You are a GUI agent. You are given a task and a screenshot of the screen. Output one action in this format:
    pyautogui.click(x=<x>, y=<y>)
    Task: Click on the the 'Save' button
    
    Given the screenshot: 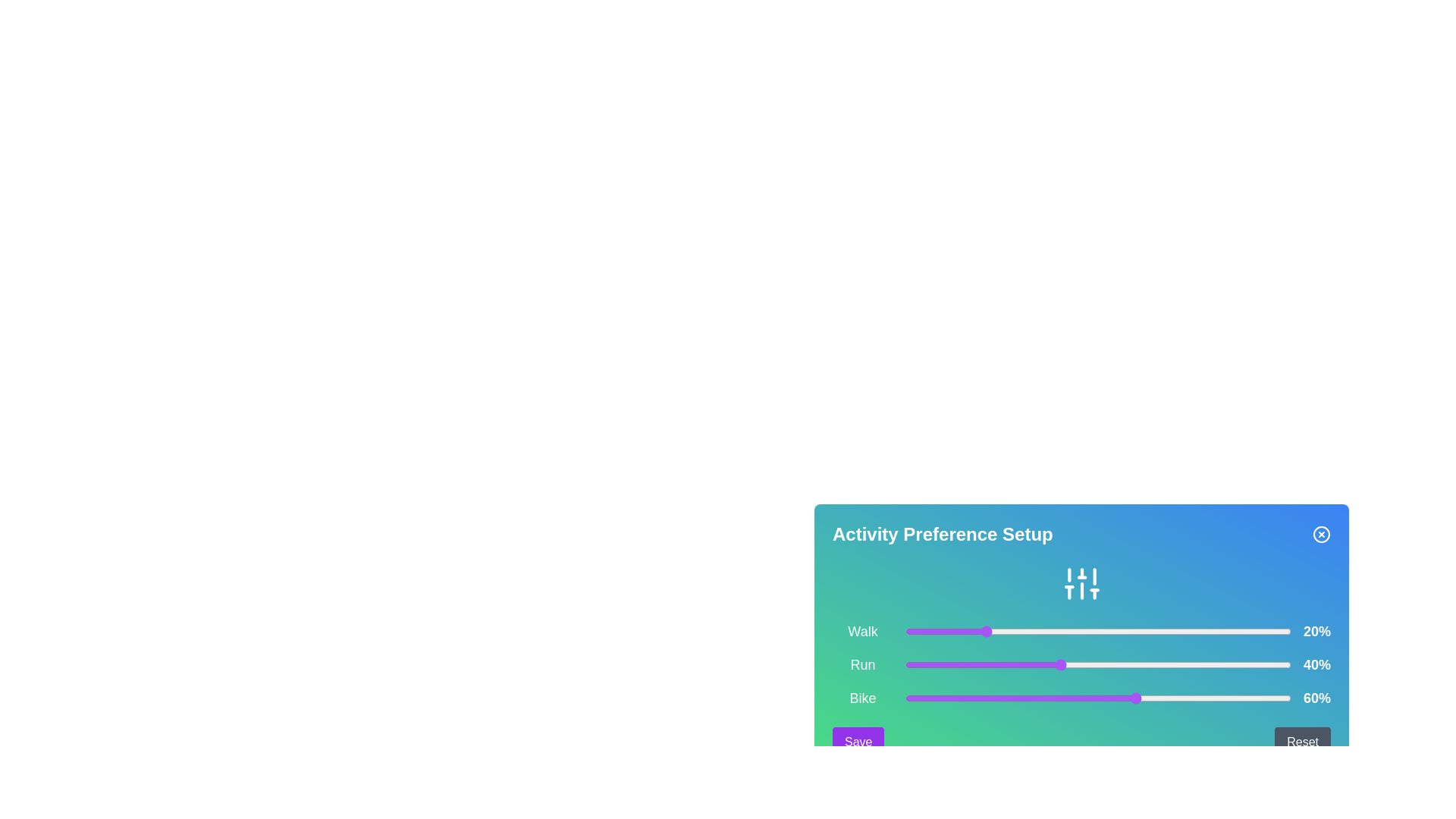 What is the action you would take?
    pyautogui.click(x=858, y=742)
    